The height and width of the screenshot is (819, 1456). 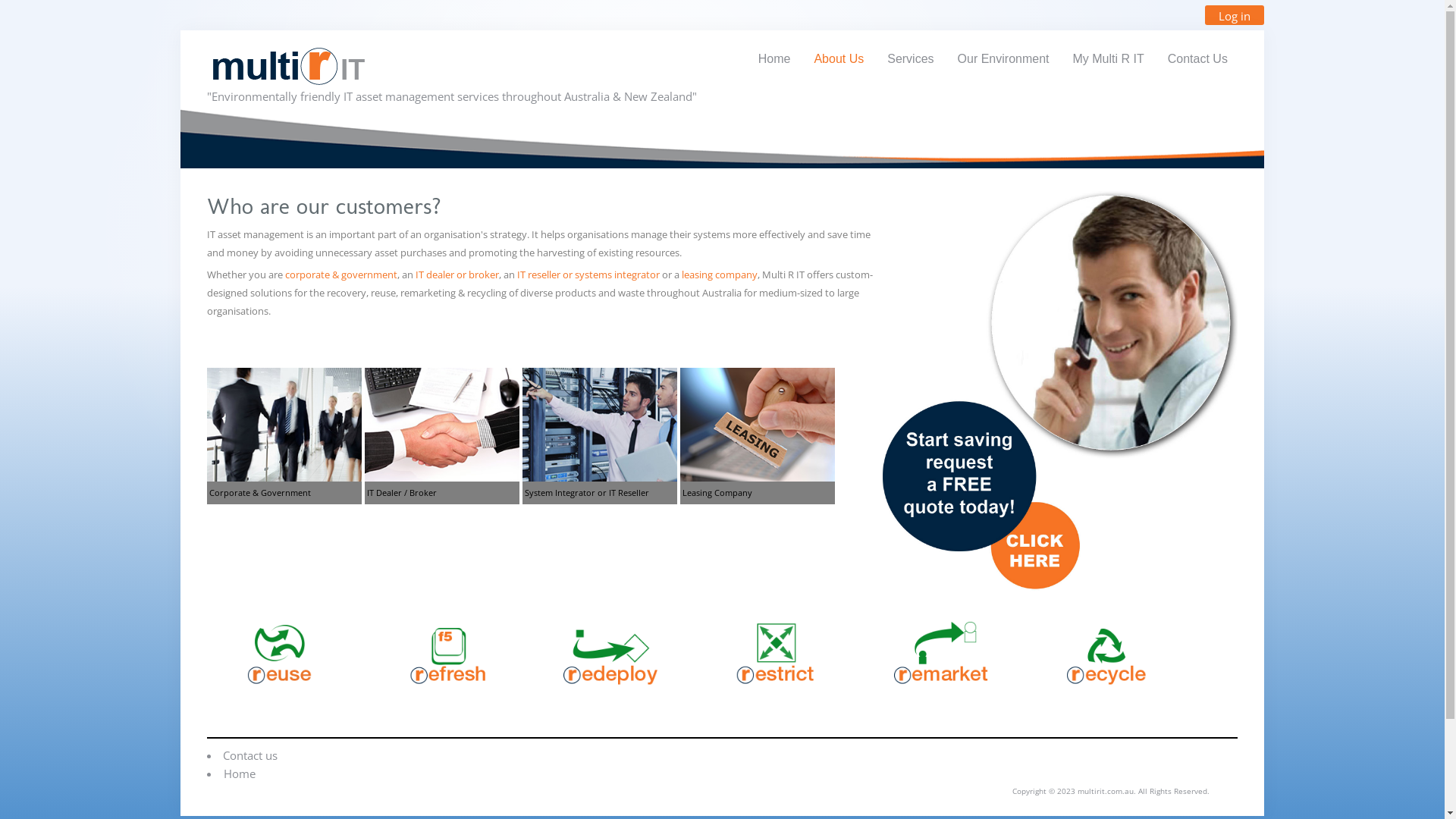 What do you see at coordinates (239, 773) in the screenshot?
I see `'Home'` at bounding box center [239, 773].